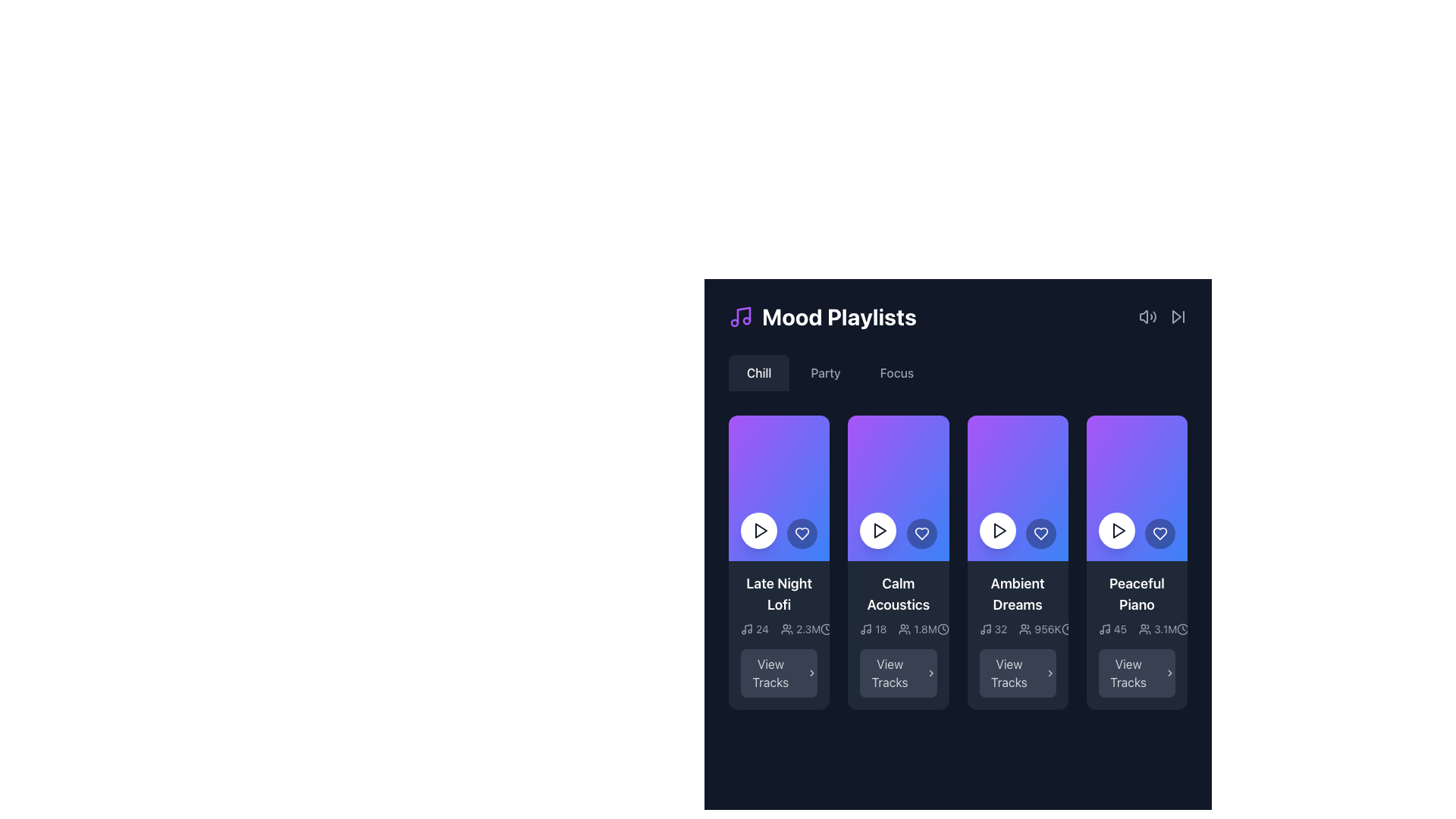 The image size is (1456, 819). I want to click on the play icon located at the center of the circular button in the second card labeled 'Calm Acoustics' to initiate playback of the playlist, so click(880, 529).